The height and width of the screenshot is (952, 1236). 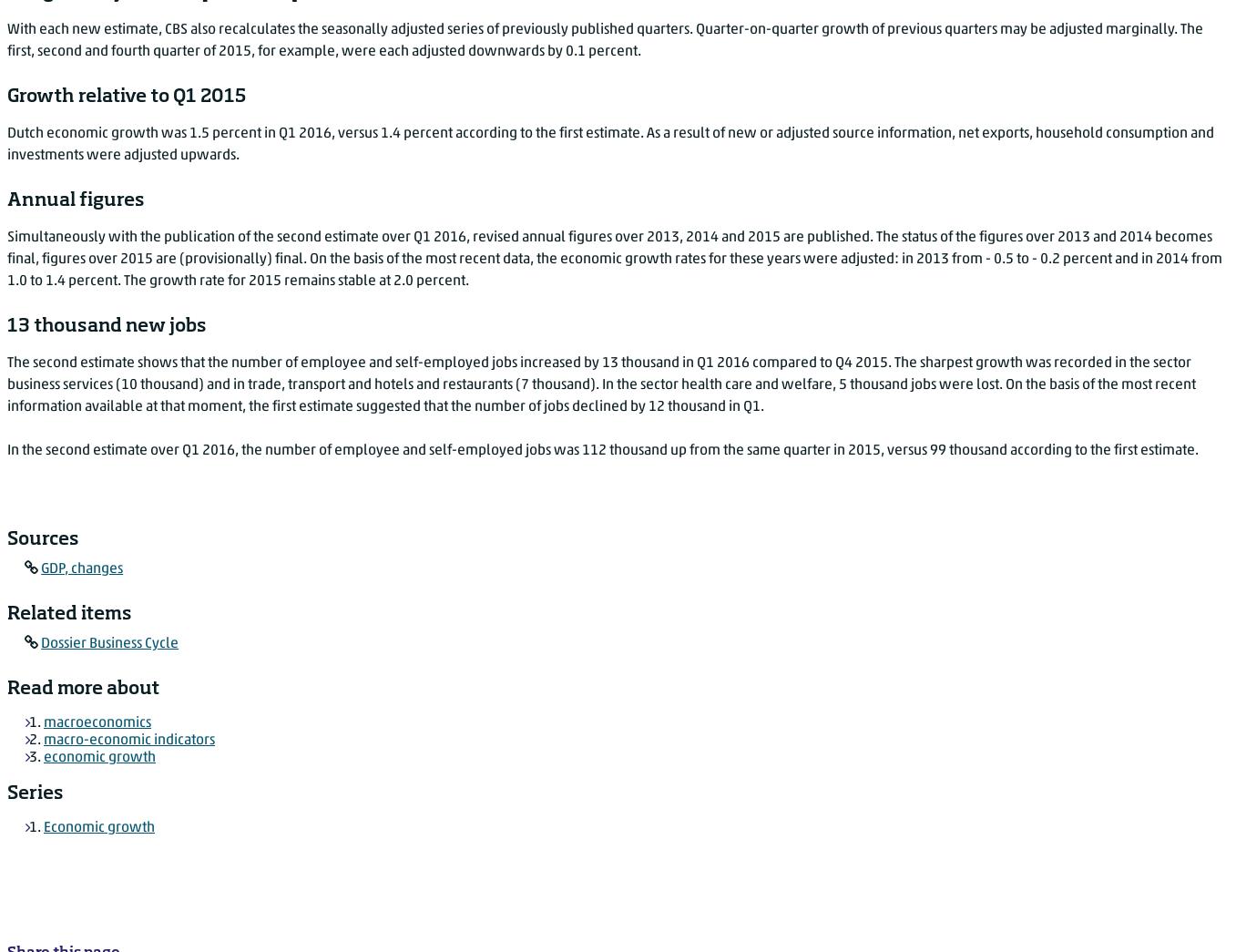 What do you see at coordinates (609, 143) in the screenshot?
I see `'in Q1 2016, versus 1.4 percent according to the first estimate. As a result of new or adjusted source information, net exports, household consumption and investments were adjusted upwards.'` at bounding box center [609, 143].